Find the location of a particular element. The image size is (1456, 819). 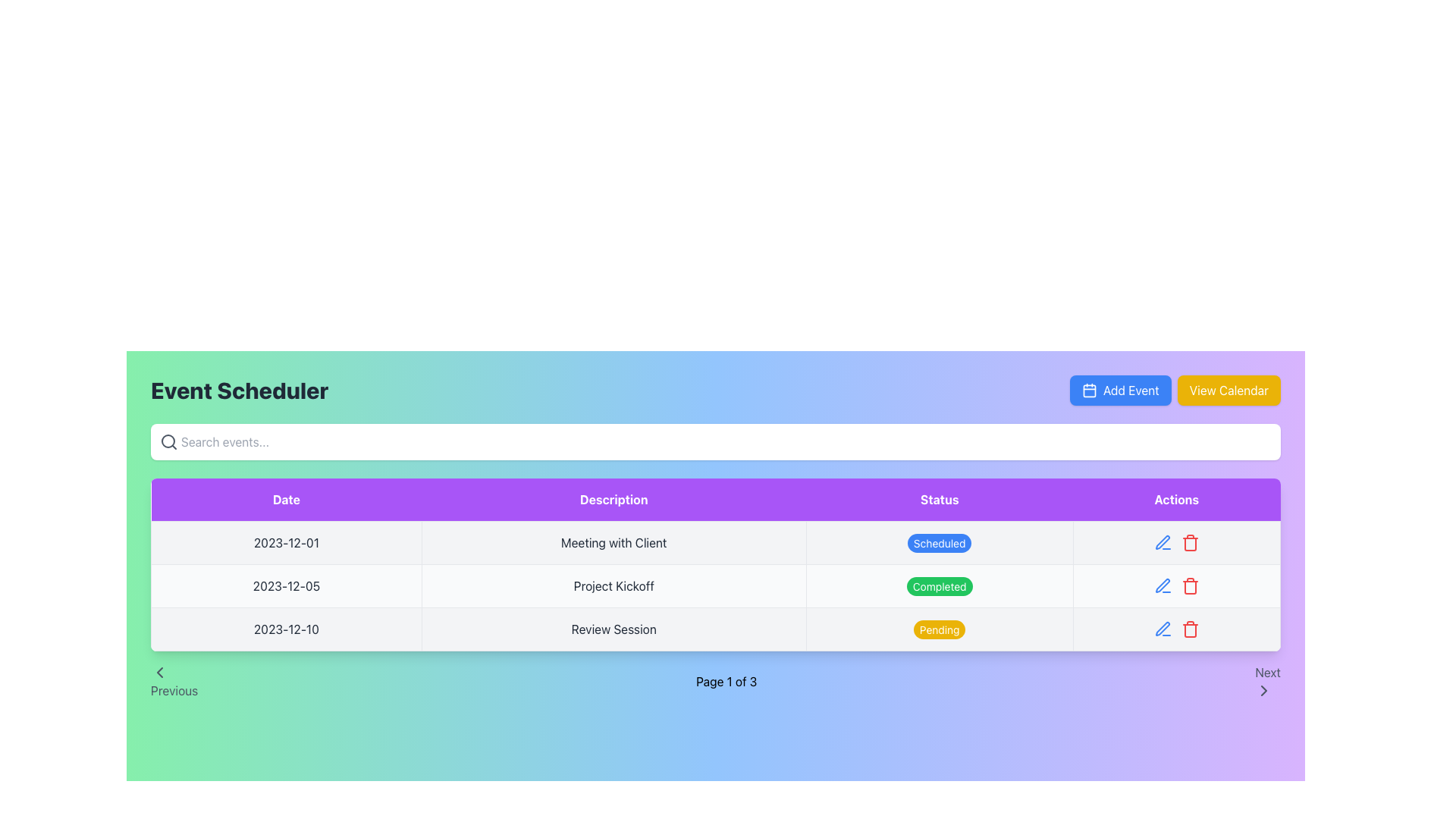

the Text input field located beneath the 'Event Scheduler' header is located at coordinates (715, 441).